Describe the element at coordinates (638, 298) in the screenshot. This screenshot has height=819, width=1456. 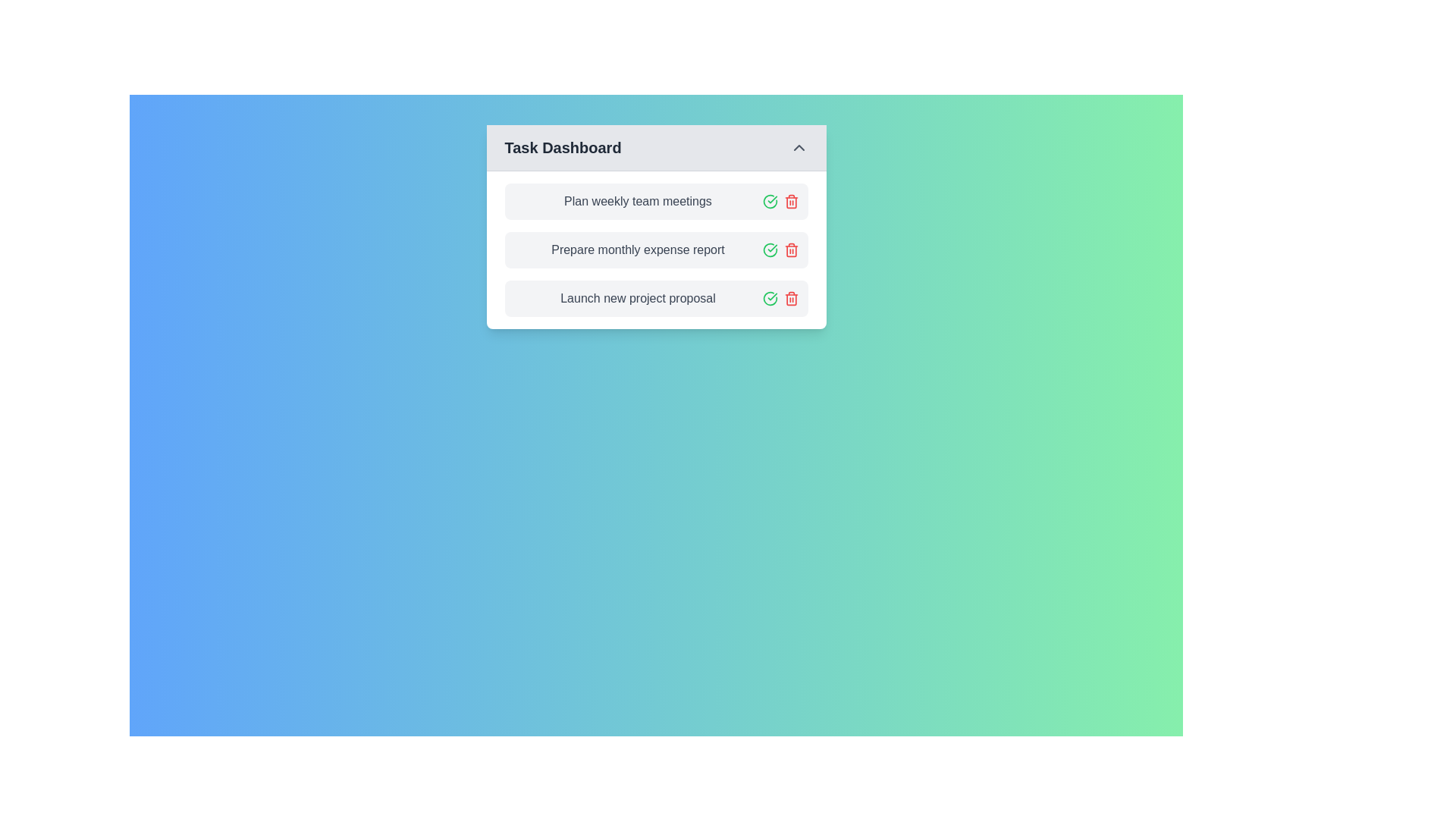
I see `the static text label displaying 'Launch new project proposal' located in the third task item of the 'Task Dashboard' list` at that location.